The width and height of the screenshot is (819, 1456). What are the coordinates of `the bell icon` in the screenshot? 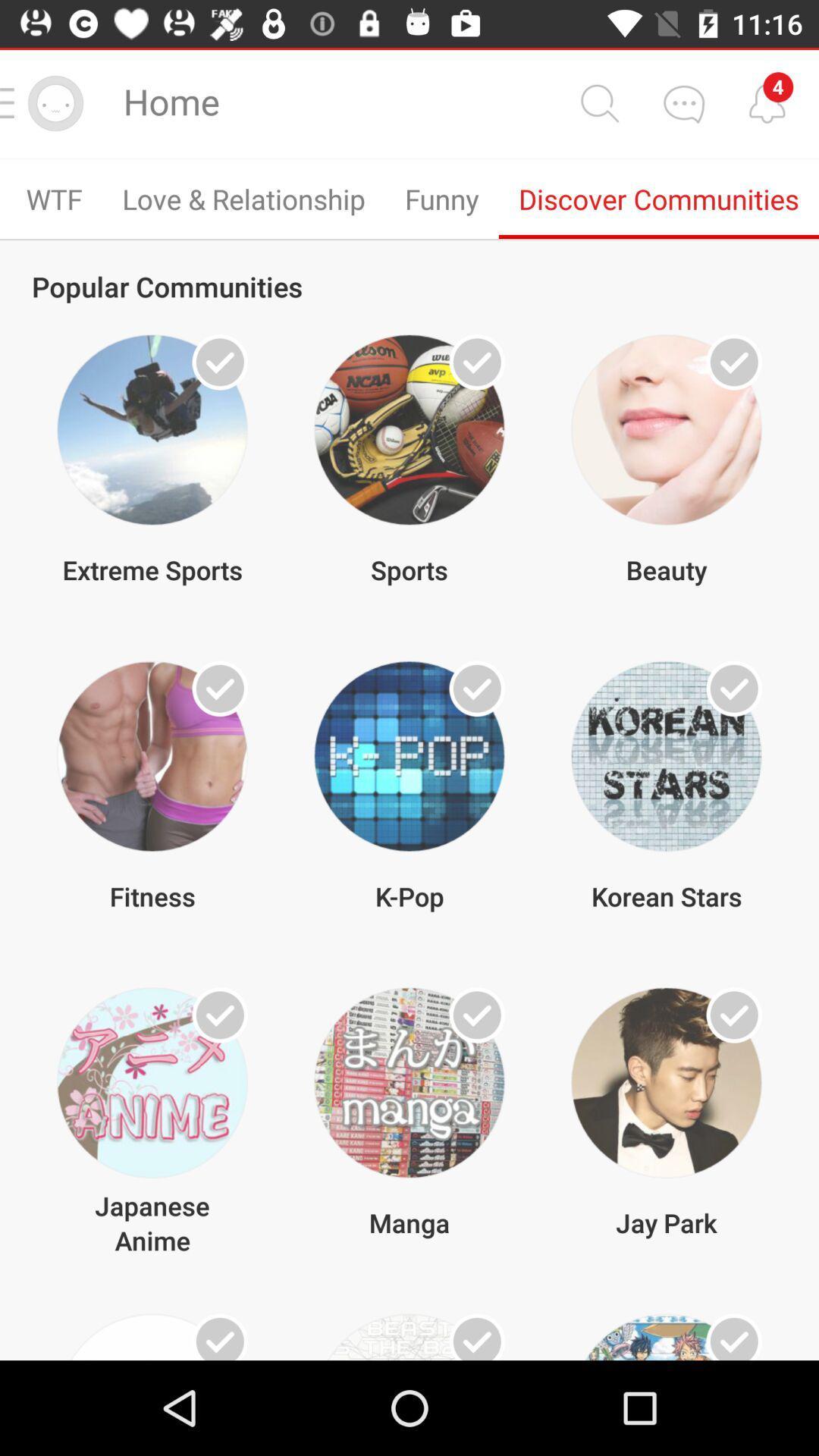 It's located at (767, 102).